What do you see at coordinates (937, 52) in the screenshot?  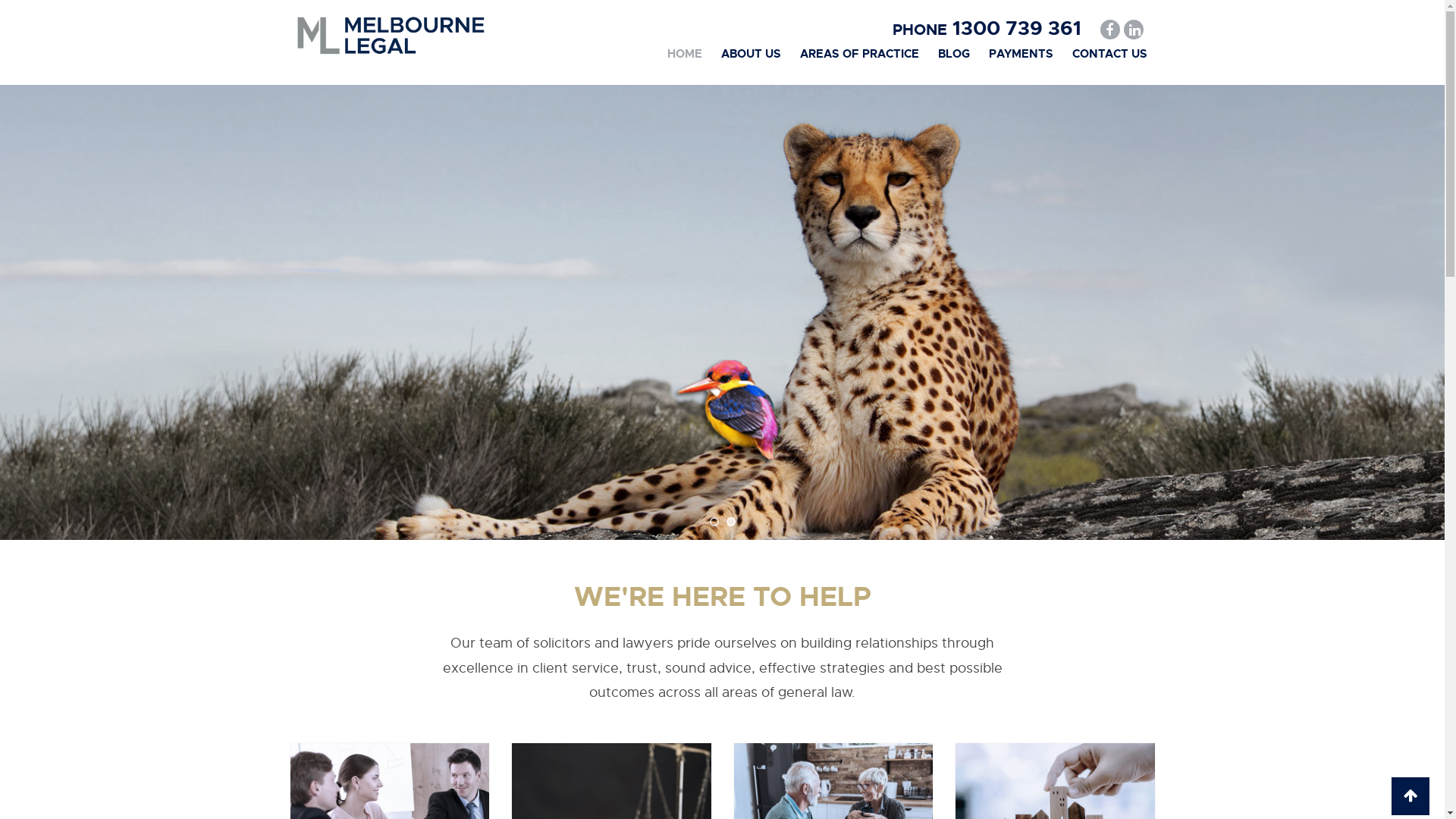 I see `'BLOG'` at bounding box center [937, 52].